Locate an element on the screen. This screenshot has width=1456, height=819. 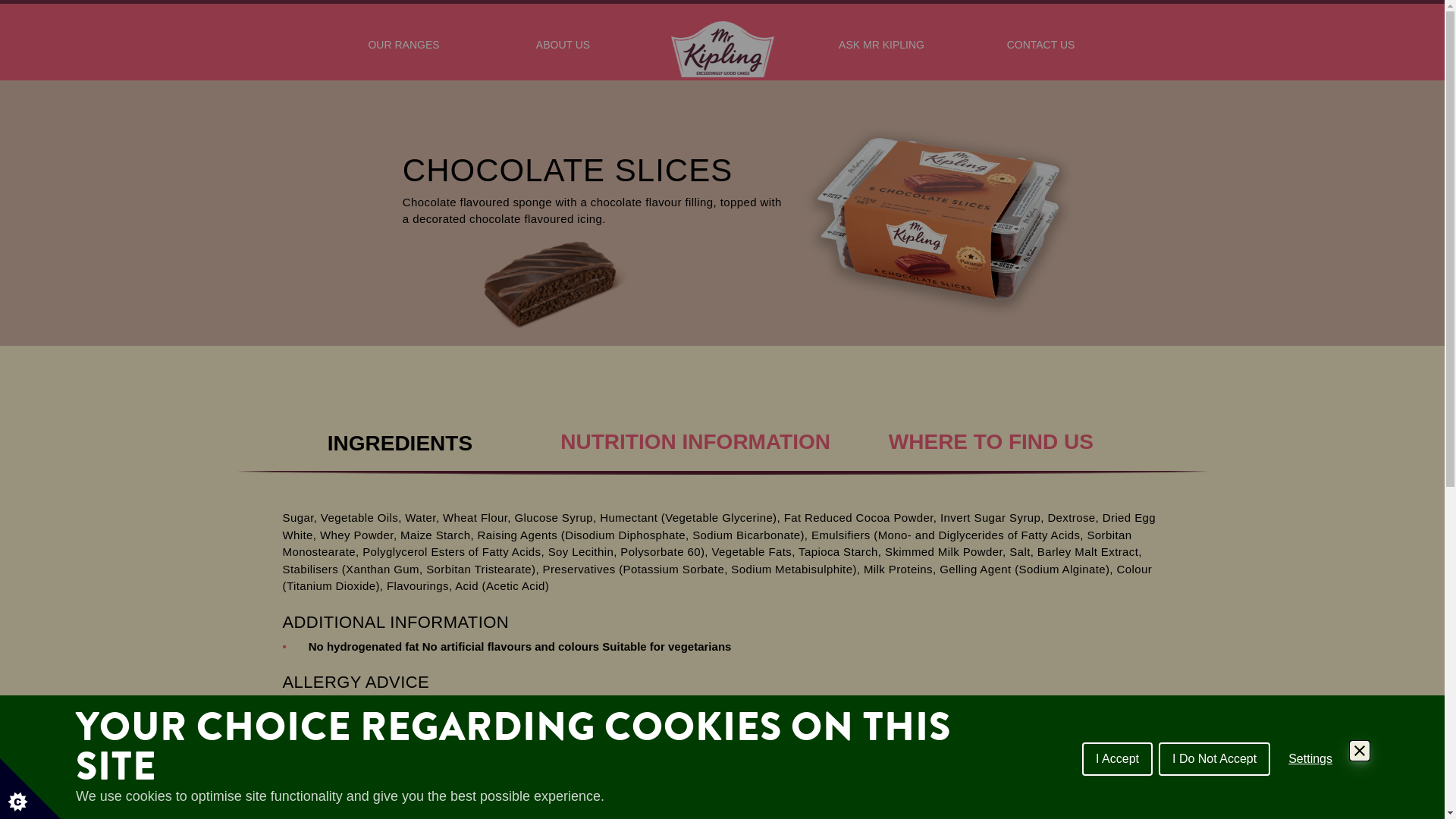
'CONTACT US' is located at coordinates (1040, 52).